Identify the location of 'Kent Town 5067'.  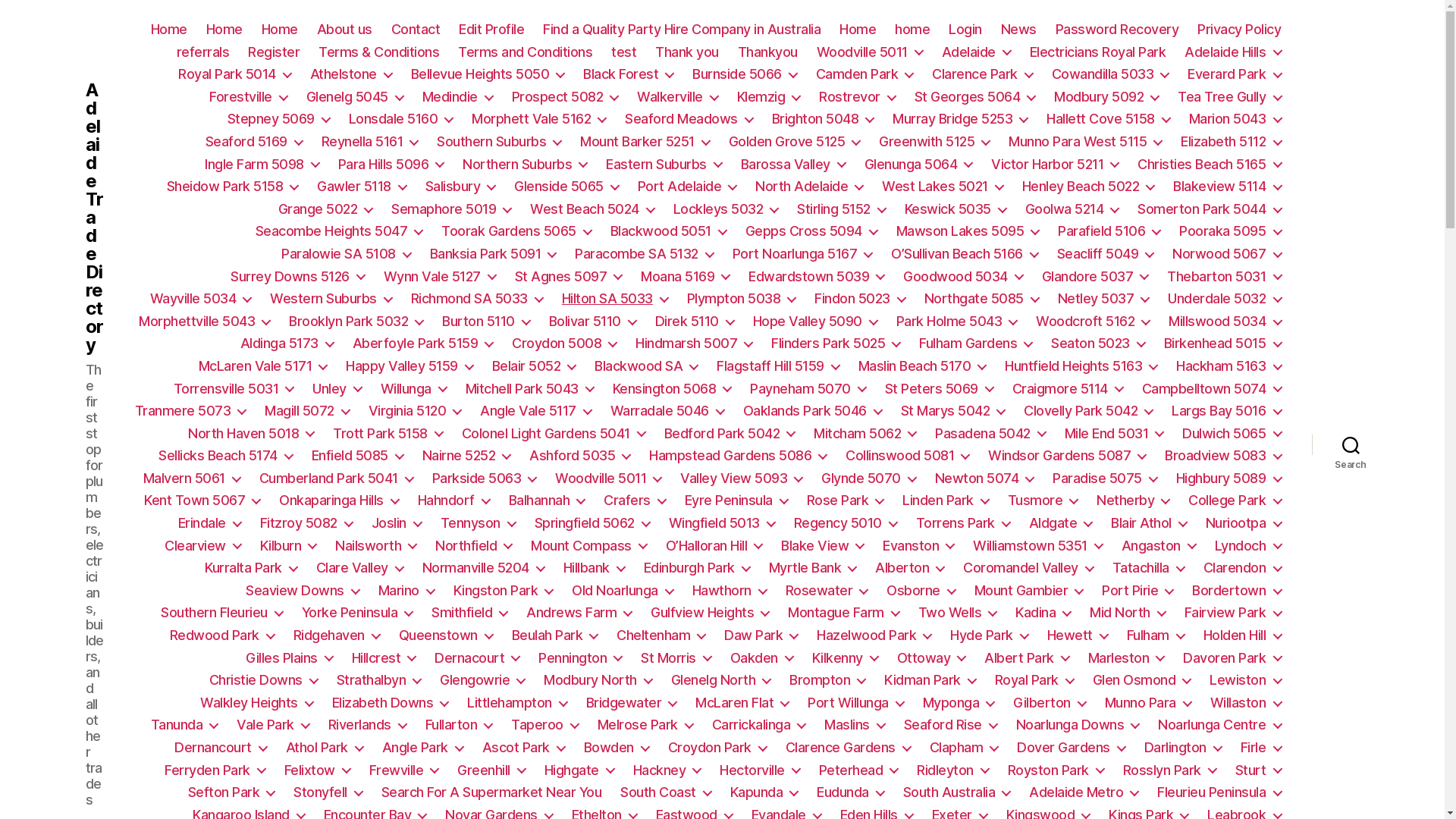
(144, 500).